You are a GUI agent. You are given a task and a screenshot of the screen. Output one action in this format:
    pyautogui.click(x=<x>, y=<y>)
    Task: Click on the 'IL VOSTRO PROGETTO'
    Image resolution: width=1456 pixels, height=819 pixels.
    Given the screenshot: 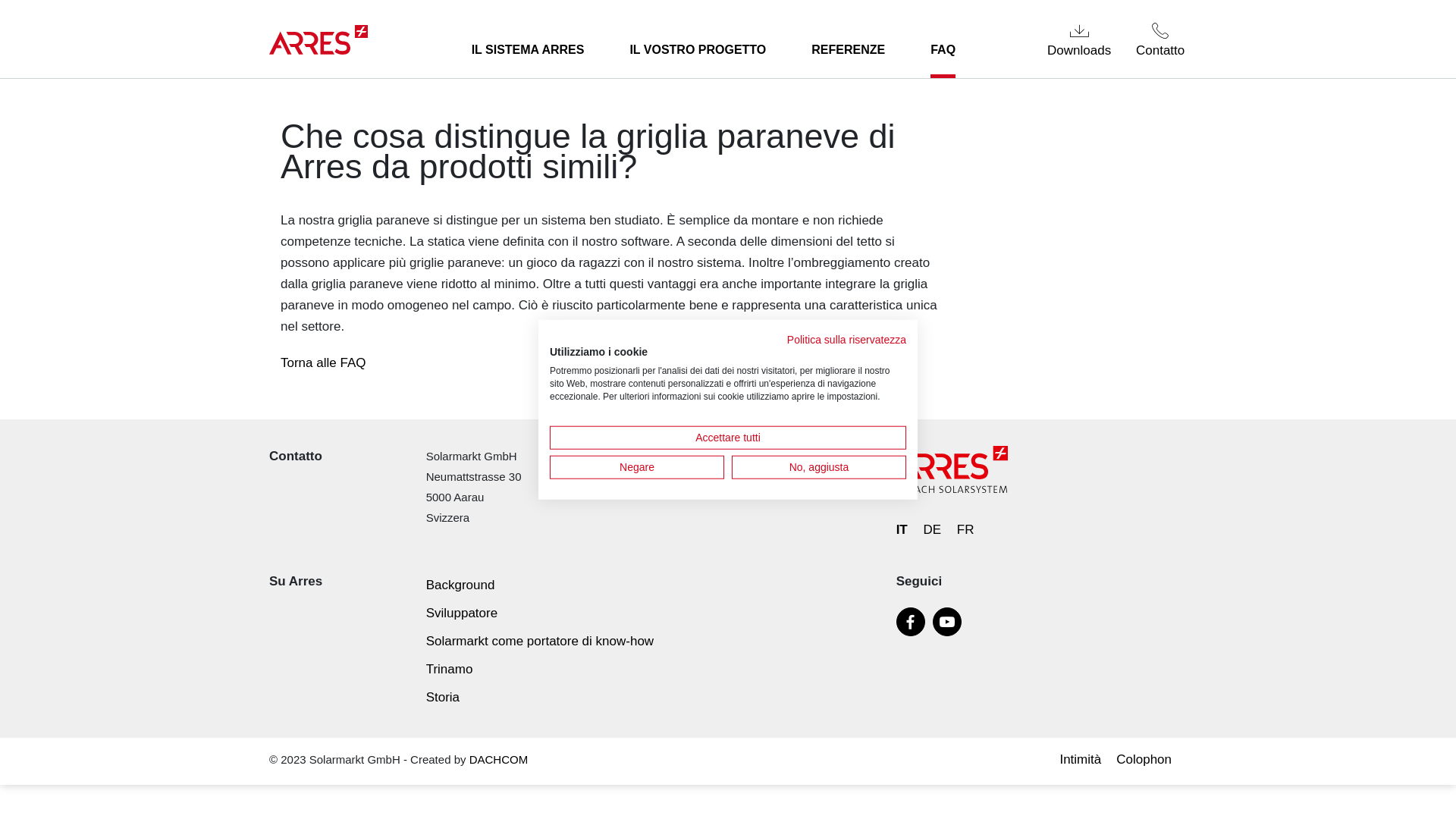 What is the action you would take?
    pyautogui.click(x=697, y=49)
    